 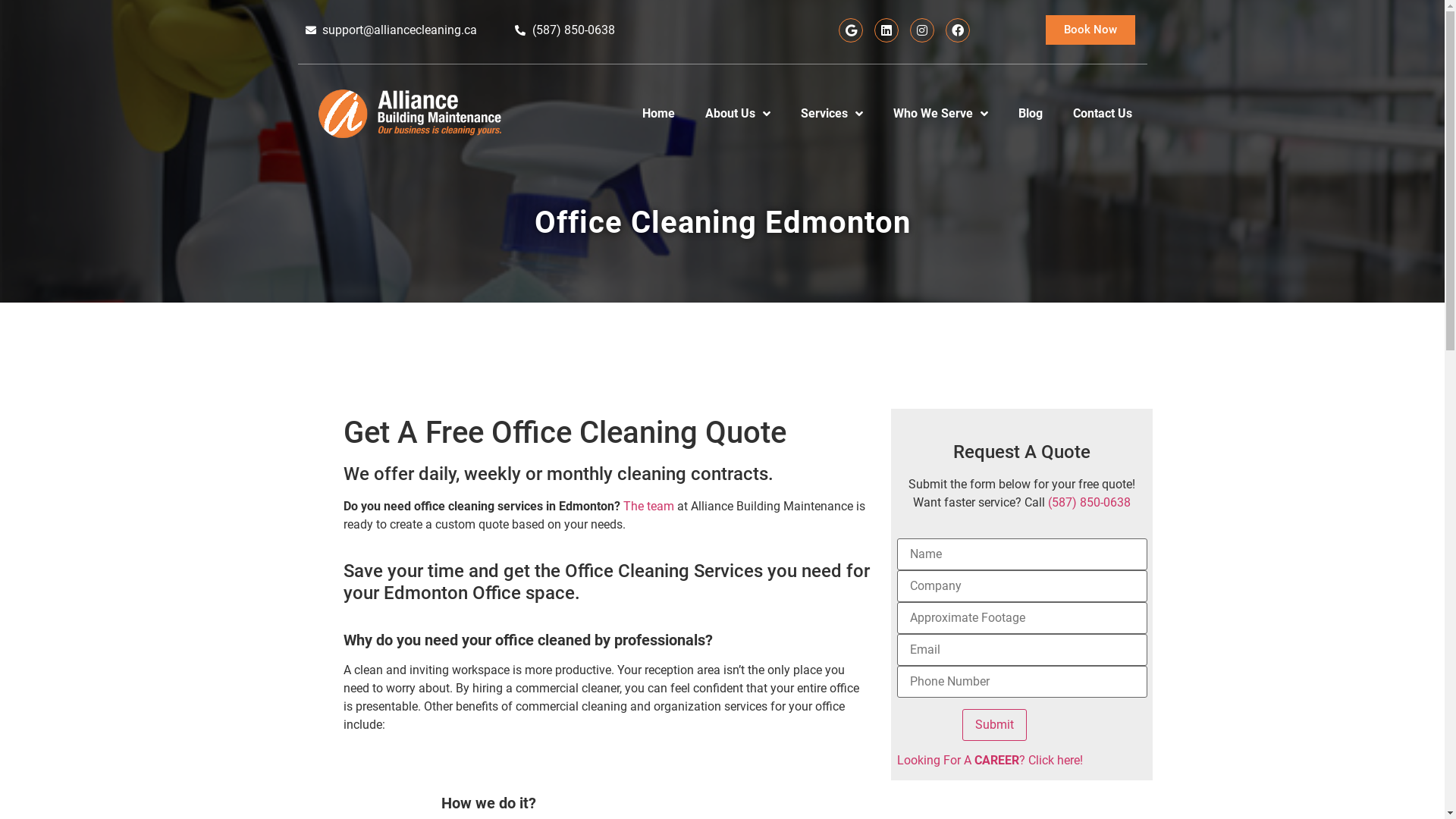 I want to click on 'Blog', so click(x=1030, y=113).